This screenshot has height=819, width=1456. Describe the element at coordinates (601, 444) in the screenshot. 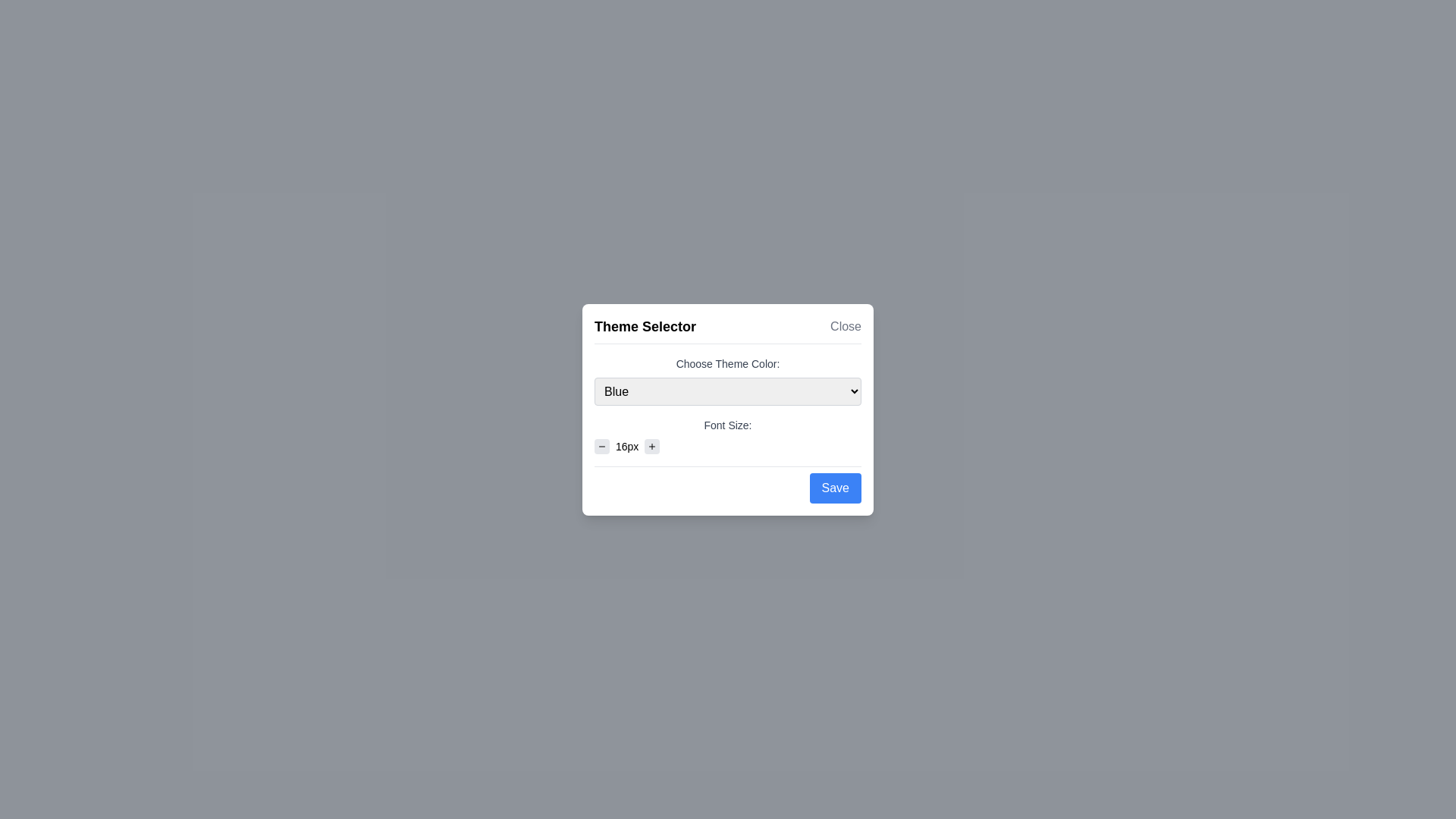

I see `the circular gray button with a minus icon, located to the left of the '16px' label in the 'Font Size' adjustment section, to decrease the font size` at that location.